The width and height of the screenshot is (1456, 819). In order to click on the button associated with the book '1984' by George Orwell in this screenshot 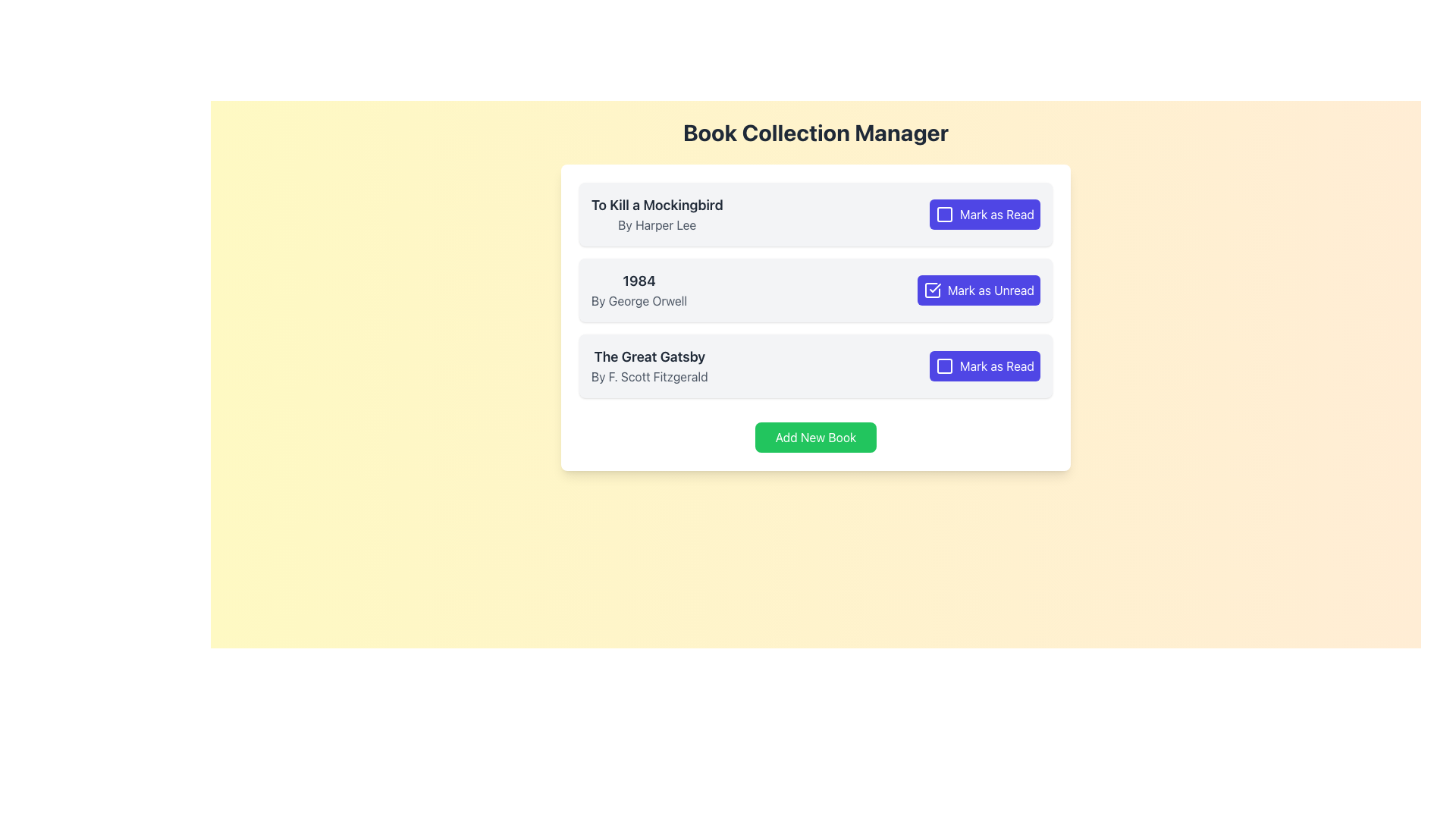, I will do `click(978, 290)`.